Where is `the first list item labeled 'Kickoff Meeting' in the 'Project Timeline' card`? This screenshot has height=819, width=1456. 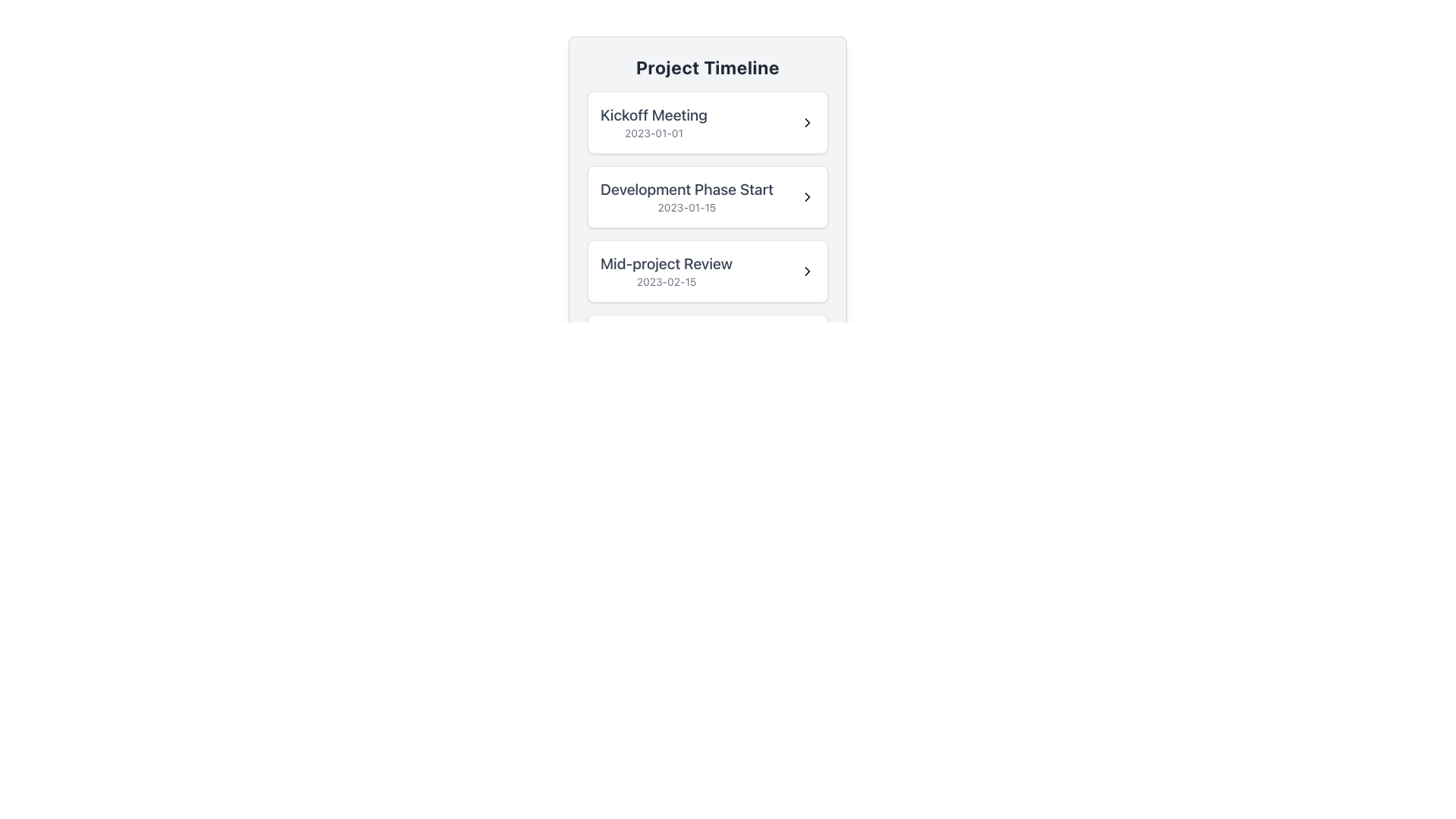
the first list item labeled 'Kickoff Meeting' in the 'Project Timeline' card is located at coordinates (707, 122).